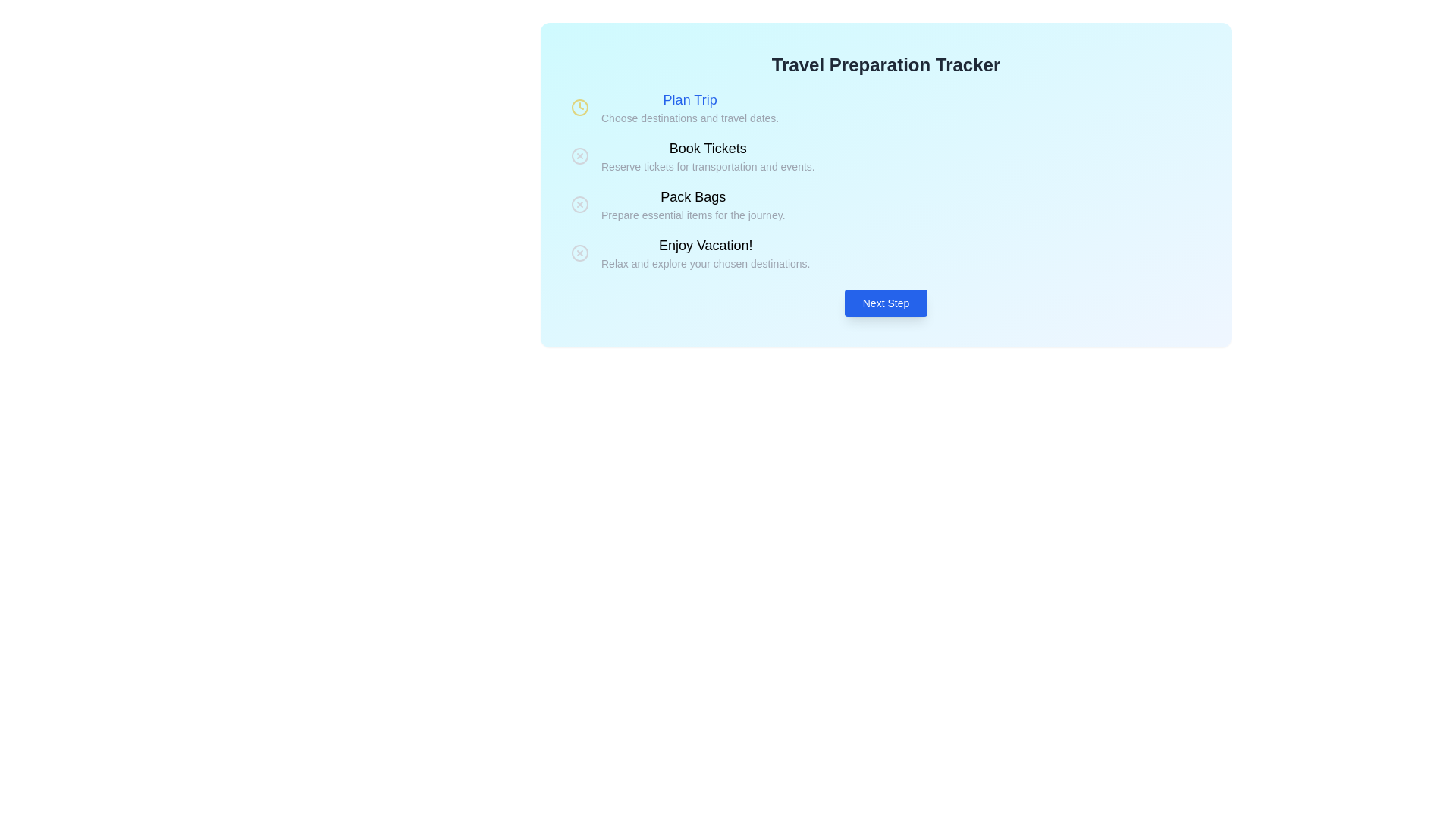 This screenshot has width=1456, height=819. What do you see at coordinates (689, 99) in the screenshot?
I see `the static text element displaying 'Plan Trip' in a medium-sized, blue, bold font style, which is positioned at the top-left section of the interface` at bounding box center [689, 99].